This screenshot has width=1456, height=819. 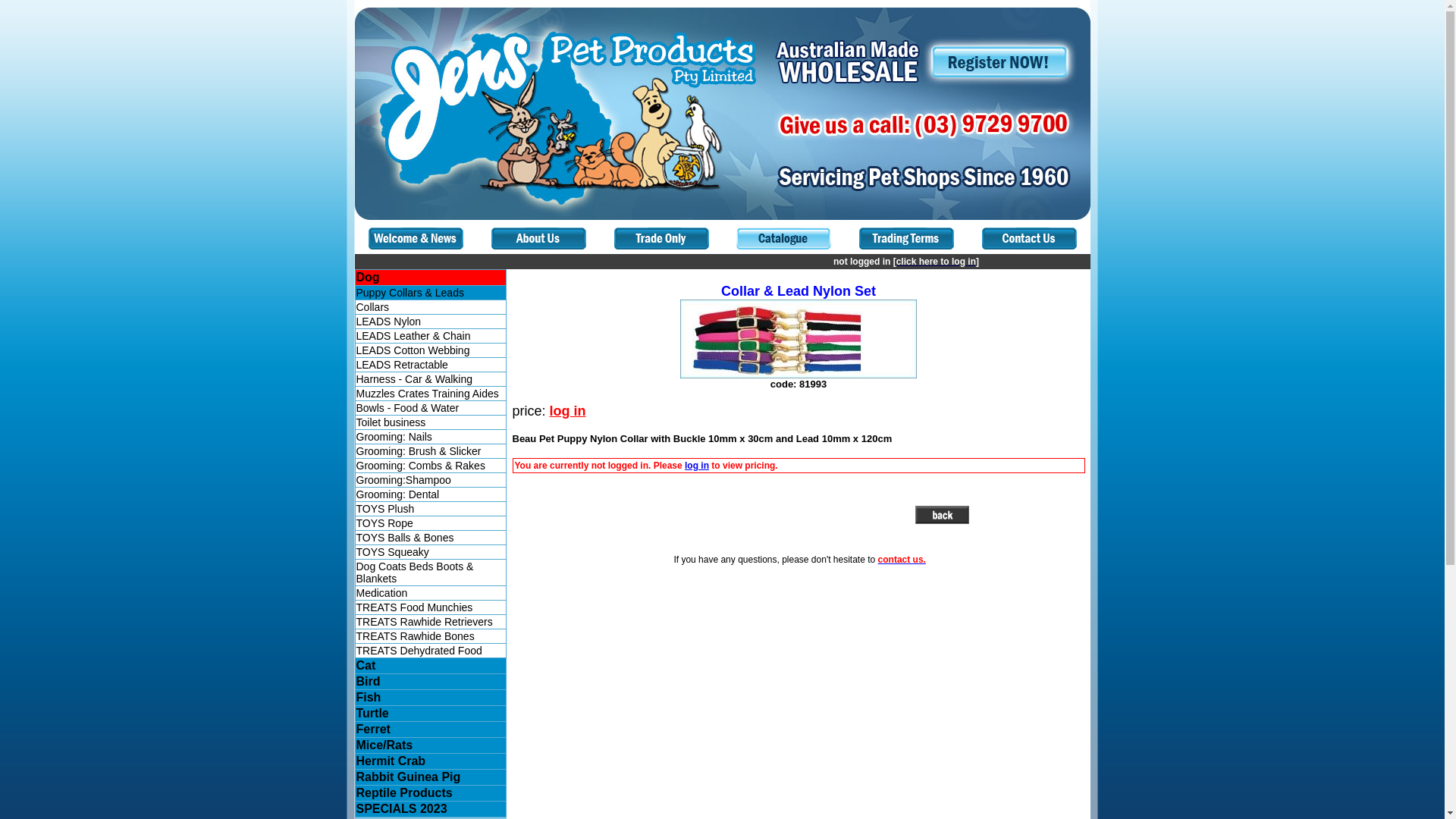 What do you see at coordinates (384, 522) in the screenshot?
I see `'TOYS Rope'` at bounding box center [384, 522].